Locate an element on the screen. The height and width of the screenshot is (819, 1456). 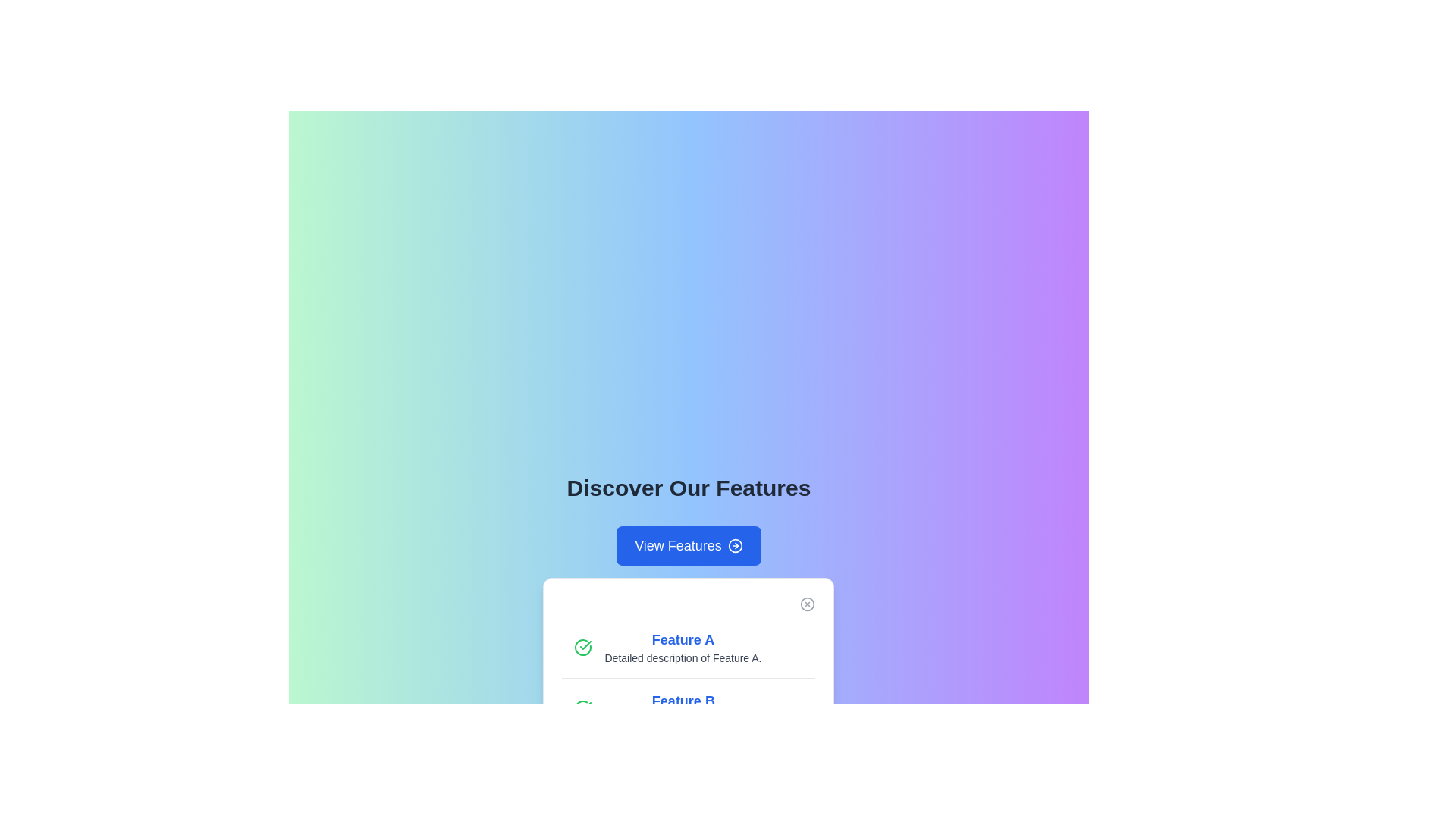
the icon associated with the List entry labeled 'Feature B' located in the modal, which is the second item in the vertically stacked list is located at coordinates (688, 708).